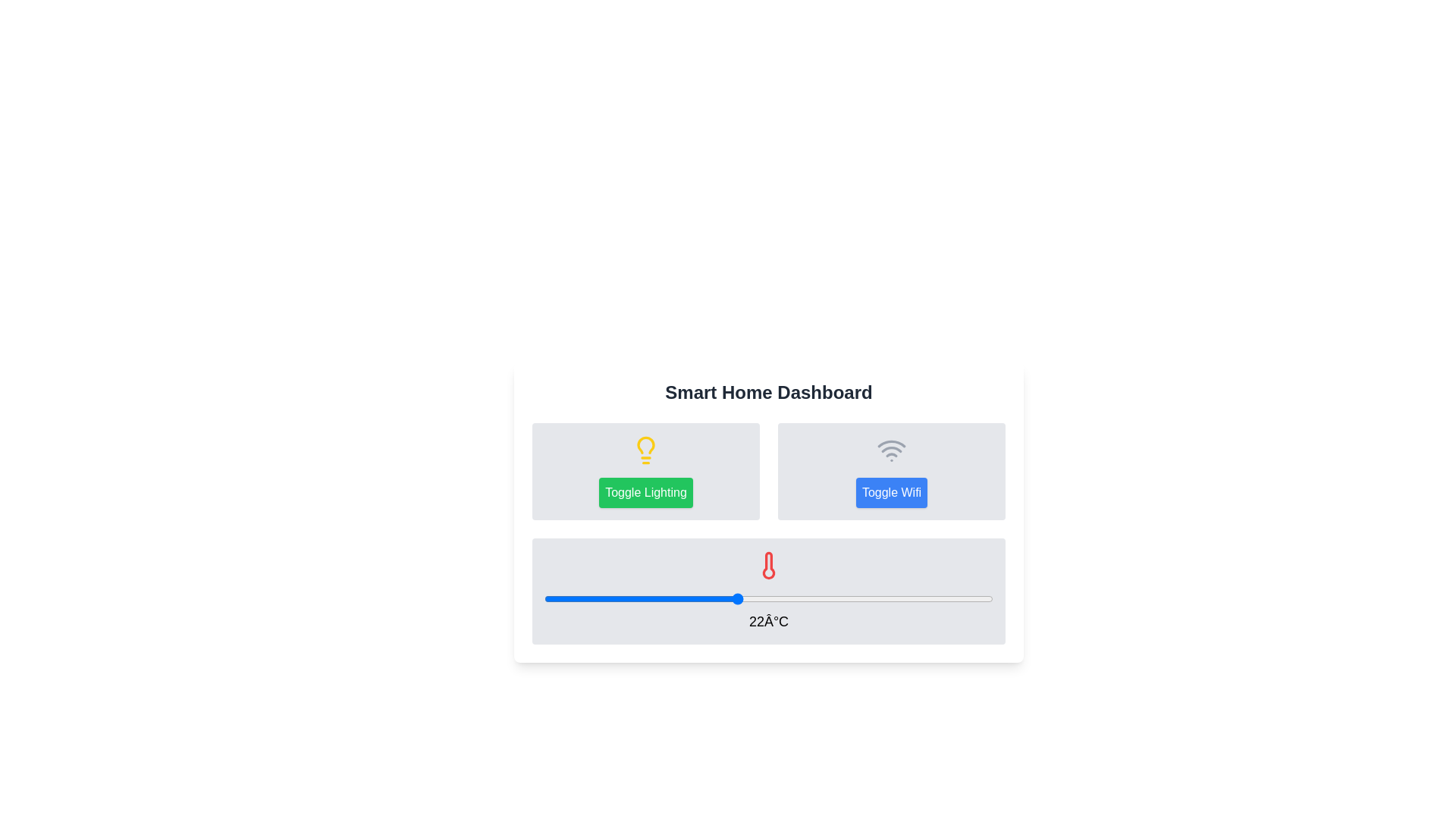  I want to click on the 'Toggle Wifi' button located in the upper-right quadrant of the interface, which features a WiFi icon above a blue button with rounded edges, so click(892, 470).